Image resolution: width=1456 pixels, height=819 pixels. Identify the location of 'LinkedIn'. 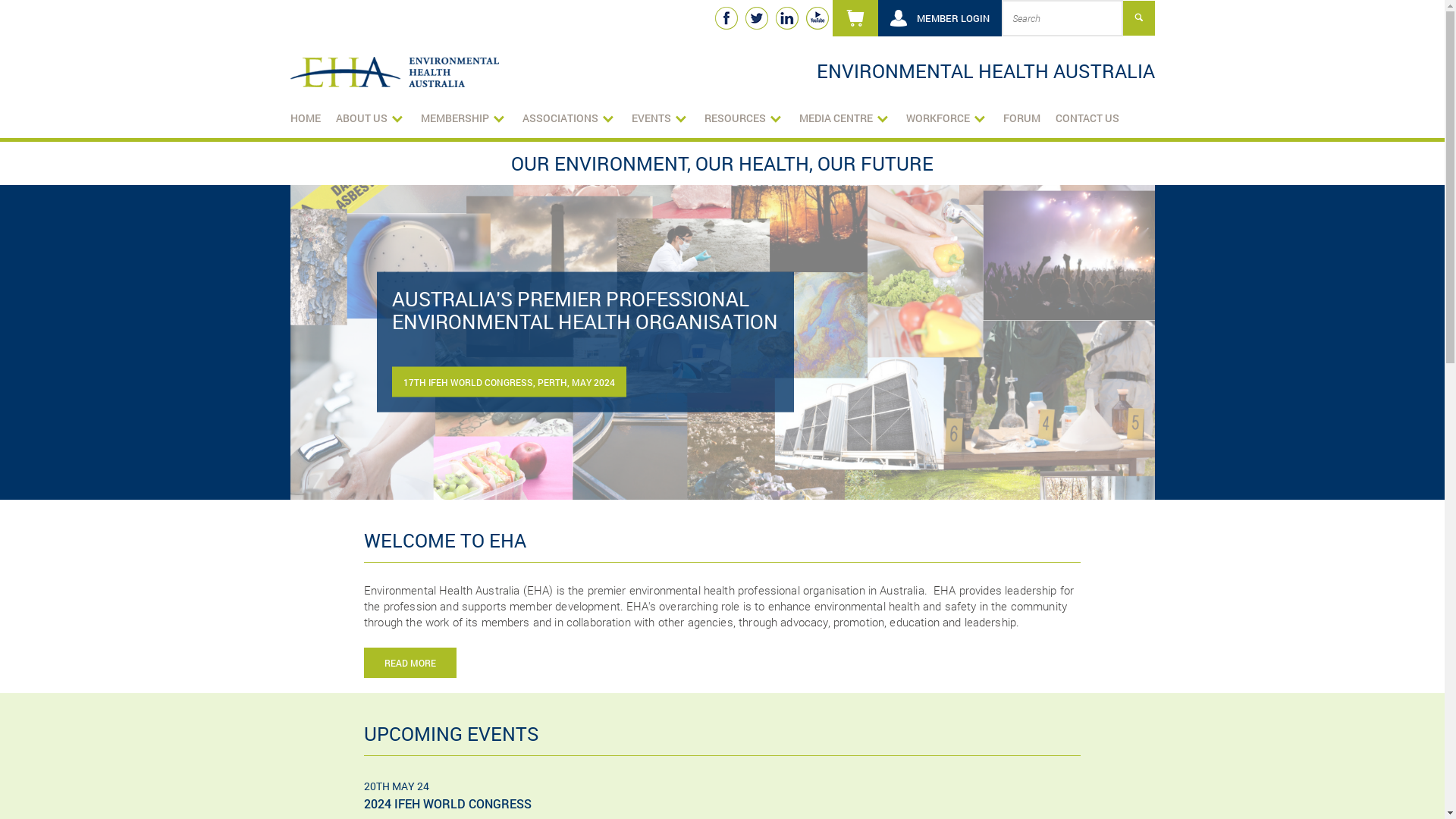
(775, 17).